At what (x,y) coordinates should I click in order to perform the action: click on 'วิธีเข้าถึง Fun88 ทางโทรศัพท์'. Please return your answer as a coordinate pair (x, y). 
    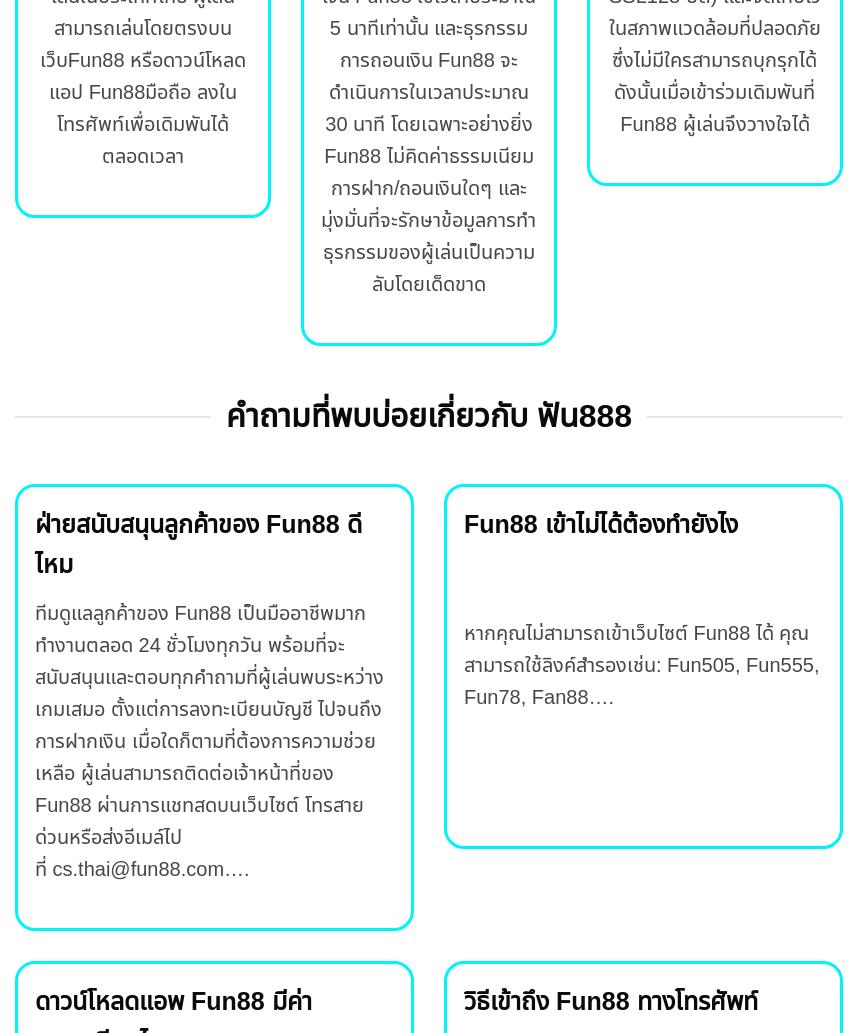
    Looking at the image, I should click on (610, 999).